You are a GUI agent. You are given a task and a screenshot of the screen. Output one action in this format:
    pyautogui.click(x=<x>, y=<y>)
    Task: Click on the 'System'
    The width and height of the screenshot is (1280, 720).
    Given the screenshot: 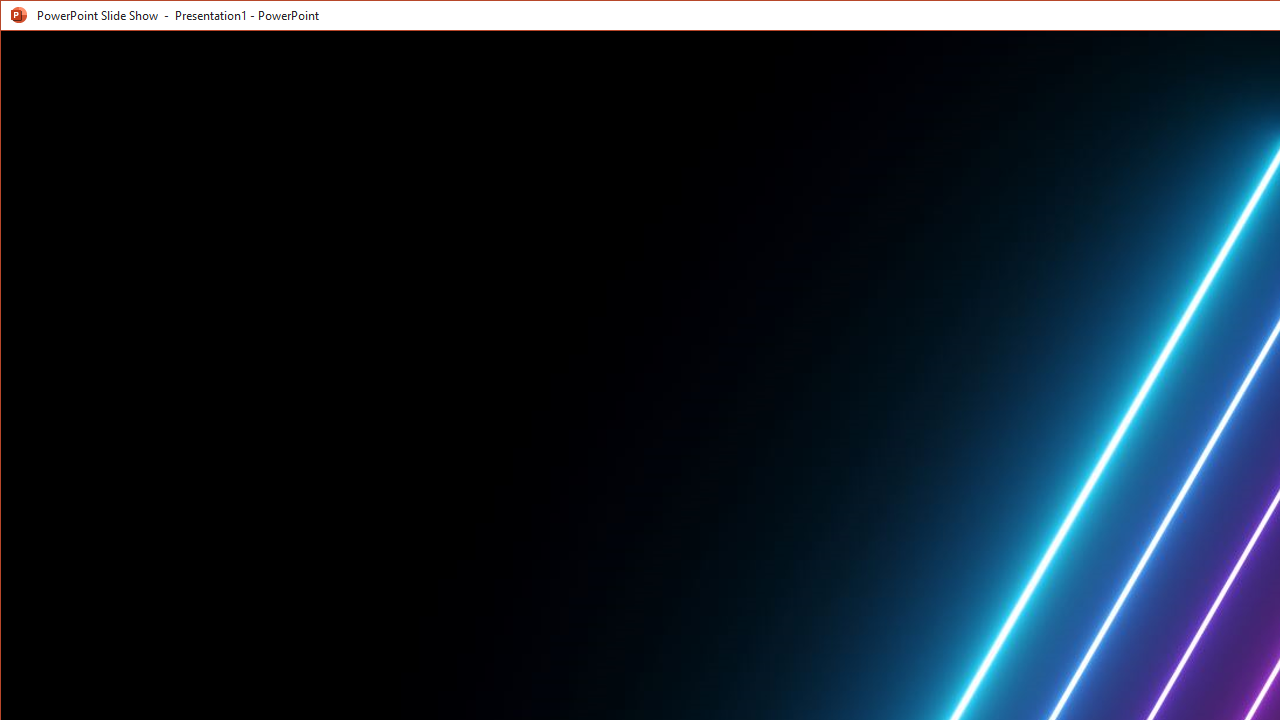 What is the action you would take?
    pyautogui.click(x=18, y=19)
    